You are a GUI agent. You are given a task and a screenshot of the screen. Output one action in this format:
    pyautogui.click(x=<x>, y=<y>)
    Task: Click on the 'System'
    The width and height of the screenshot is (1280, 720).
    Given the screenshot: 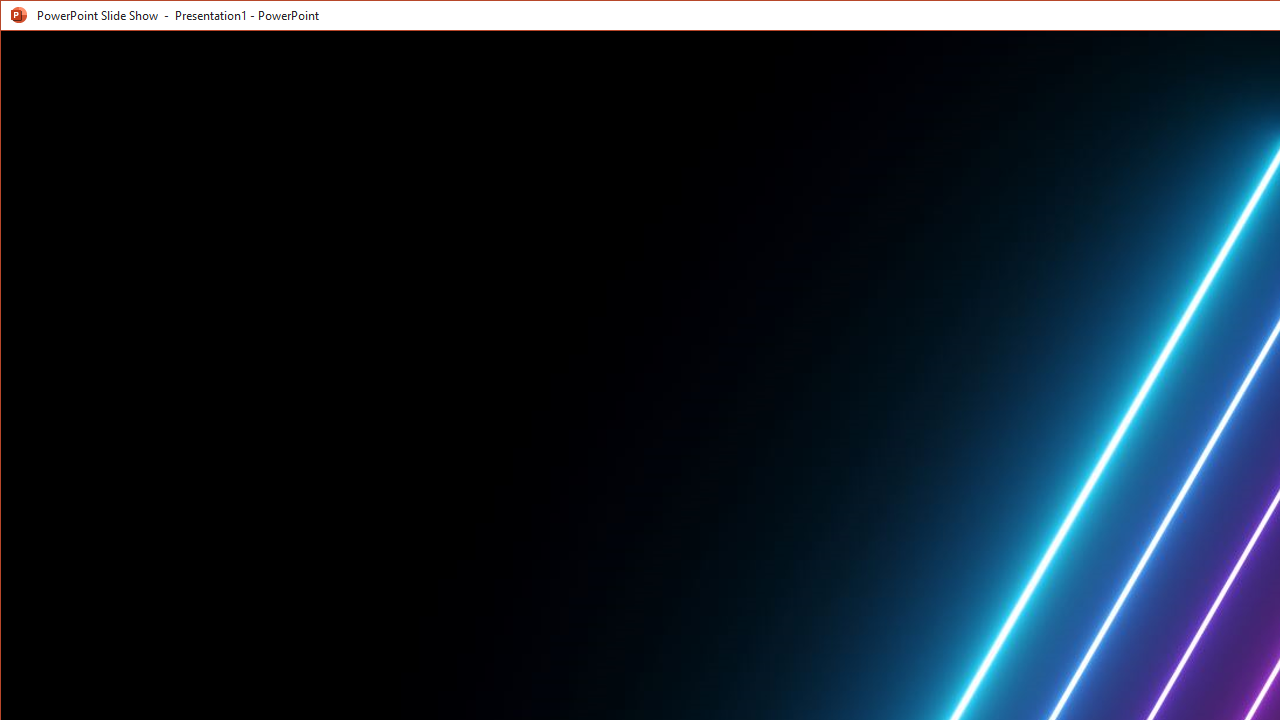 What is the action you would take?
    pyautogui.click(x=18, y=19)
    